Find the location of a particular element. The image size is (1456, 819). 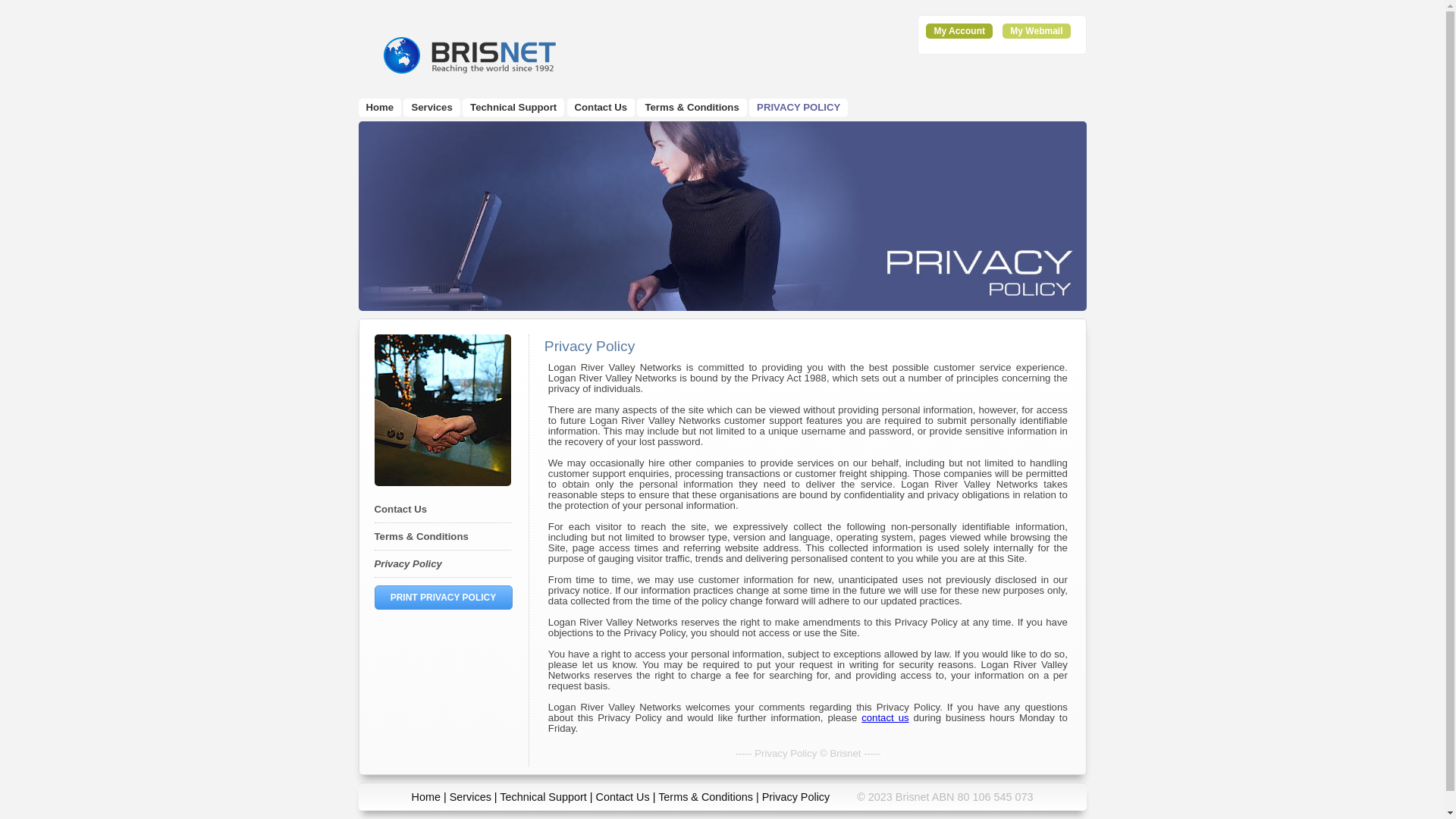

'Brisnet' is located at coordinates (467, 54).